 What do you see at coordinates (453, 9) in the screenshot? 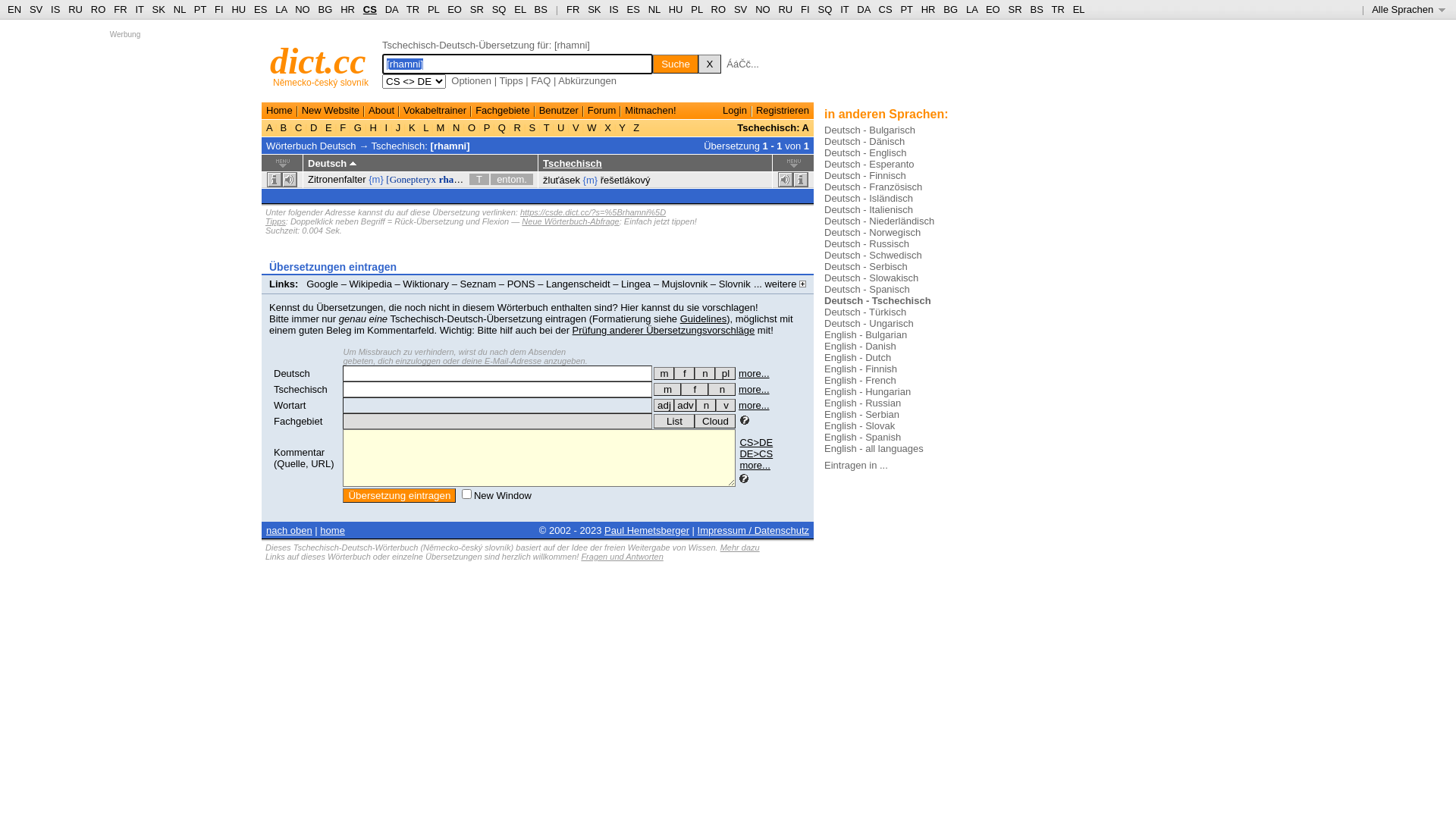
I see `'EO'` at bounding box center [453, 9].